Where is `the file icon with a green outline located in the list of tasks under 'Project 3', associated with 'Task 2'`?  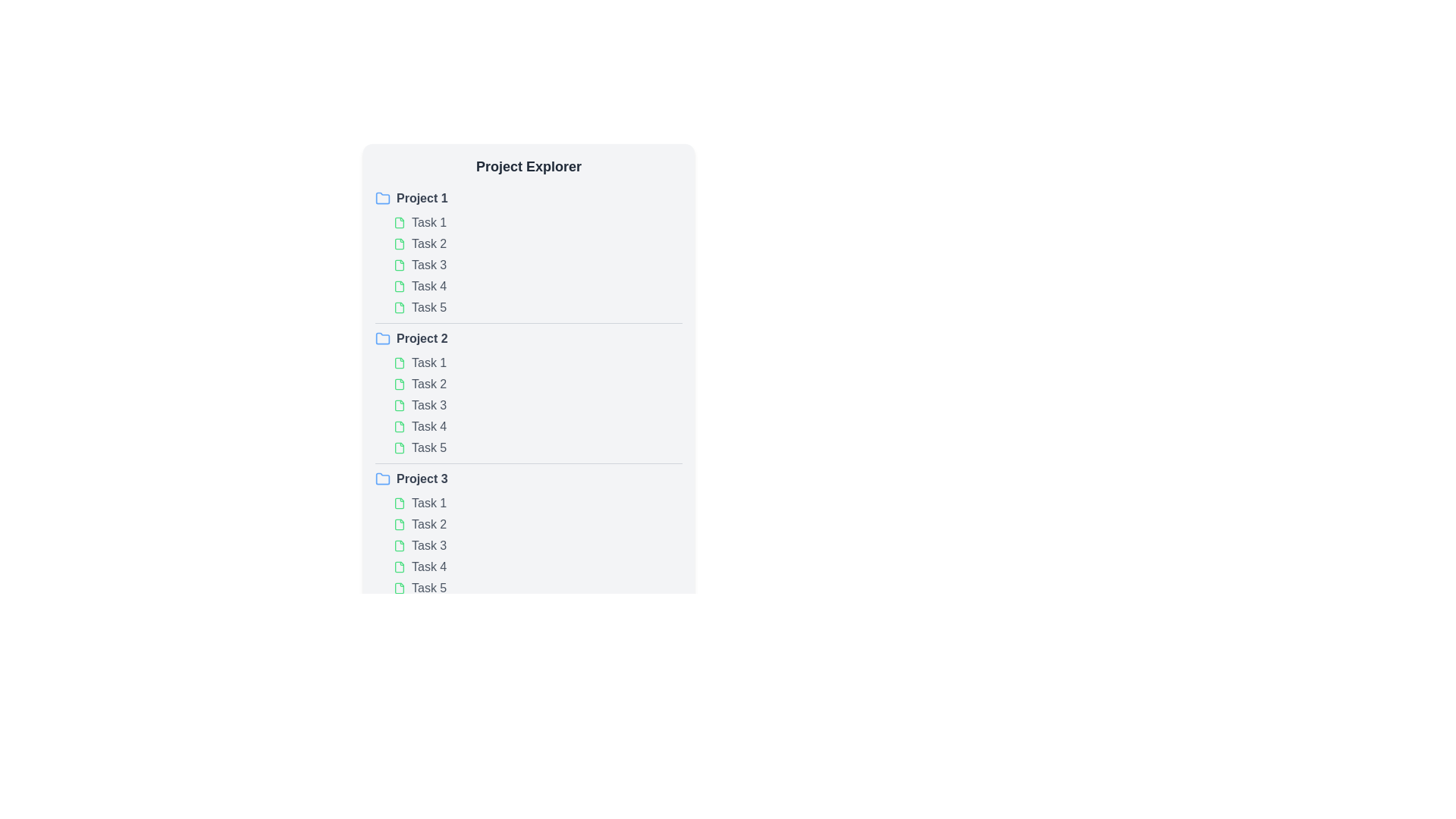 the file icon with a green outline located in the list of tasks under 'Project 3', associated with 'Task 2' is located at coordinates (400, 523).